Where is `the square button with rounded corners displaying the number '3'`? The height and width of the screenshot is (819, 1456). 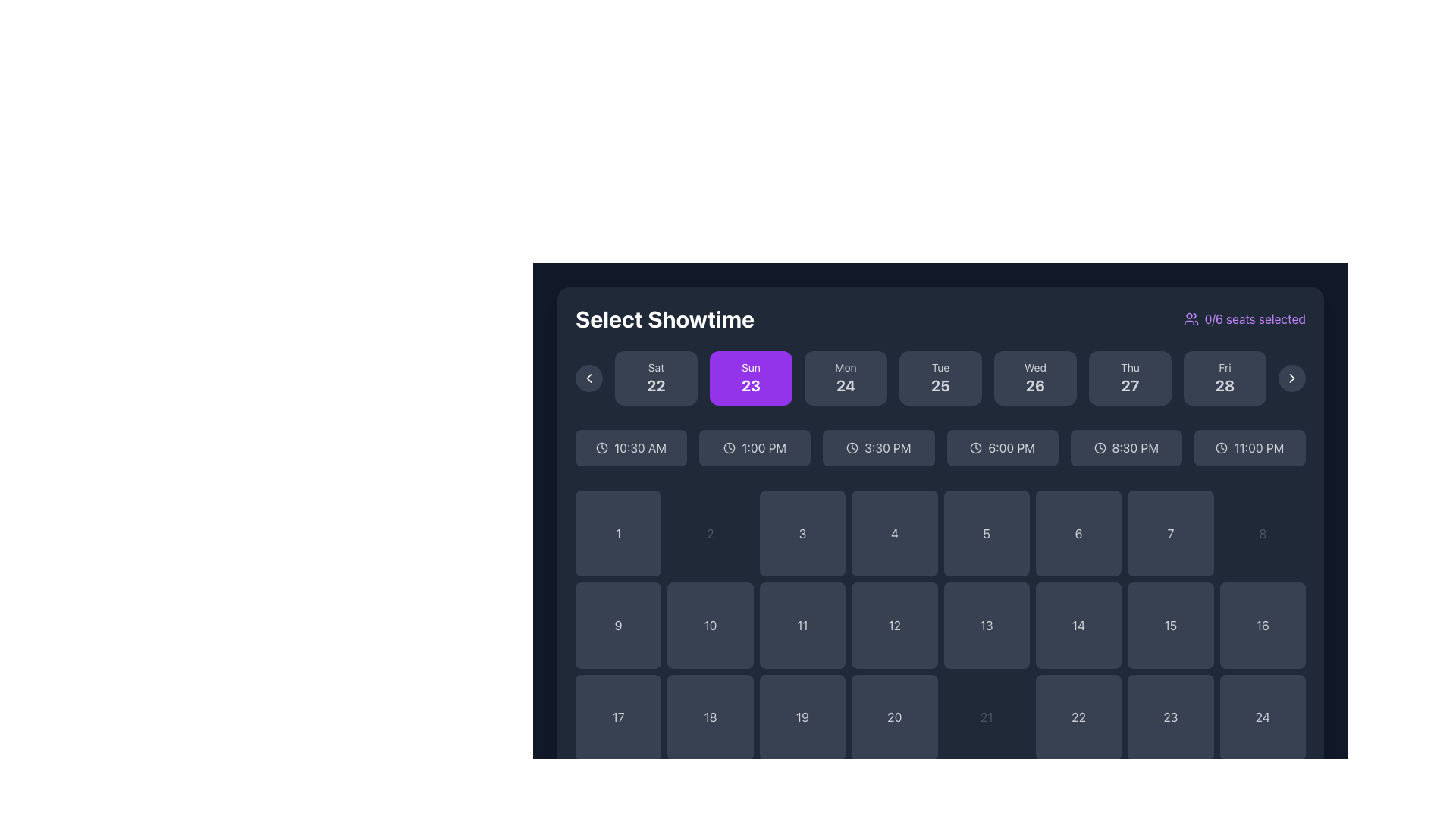
the square button with rounded corners displaying the number '3' is located at coordinates (802, 532).